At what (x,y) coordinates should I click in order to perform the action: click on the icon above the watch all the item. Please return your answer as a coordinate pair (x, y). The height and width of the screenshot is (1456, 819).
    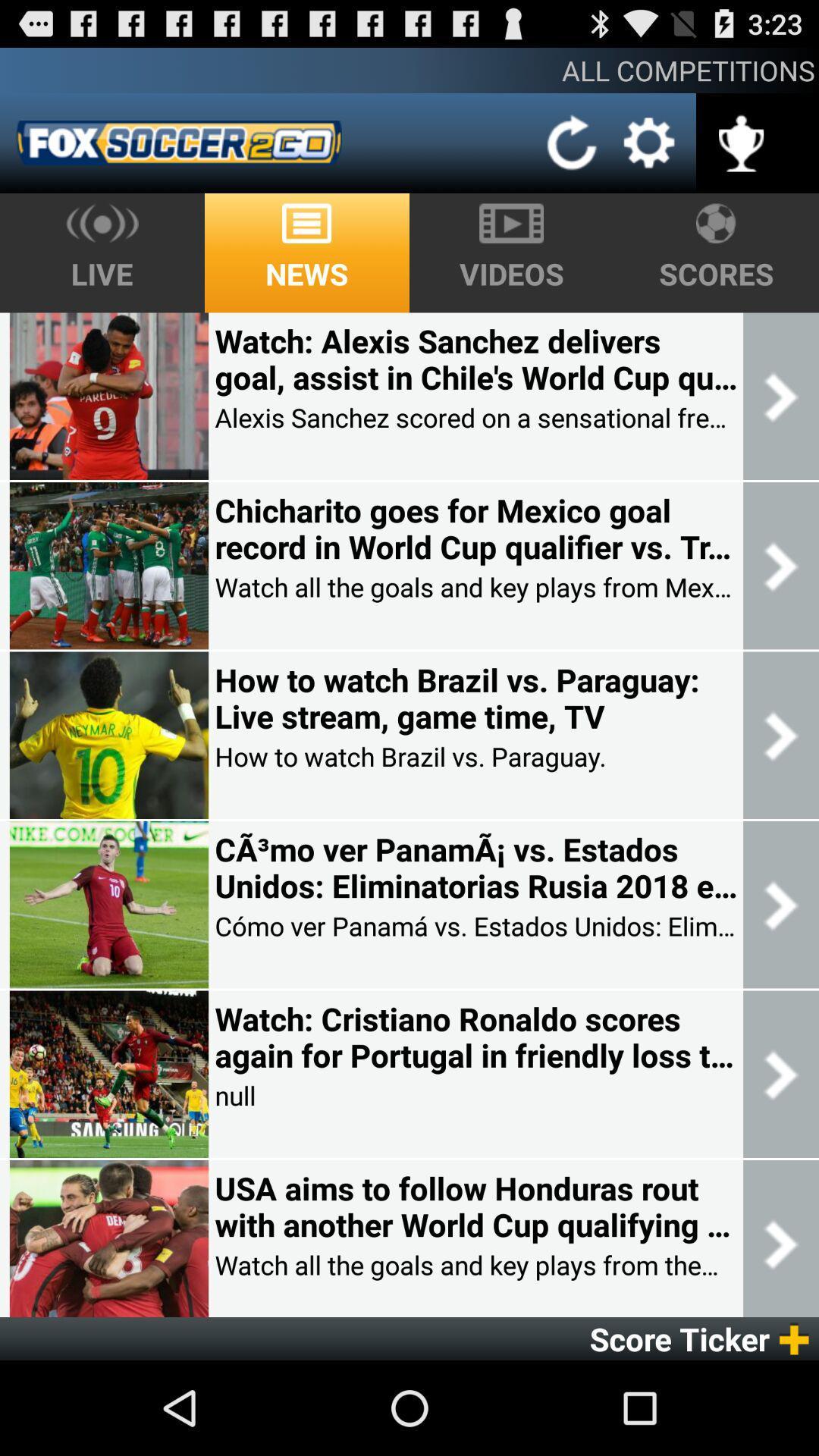
    Looking at the image, I should click on (475, 1206).